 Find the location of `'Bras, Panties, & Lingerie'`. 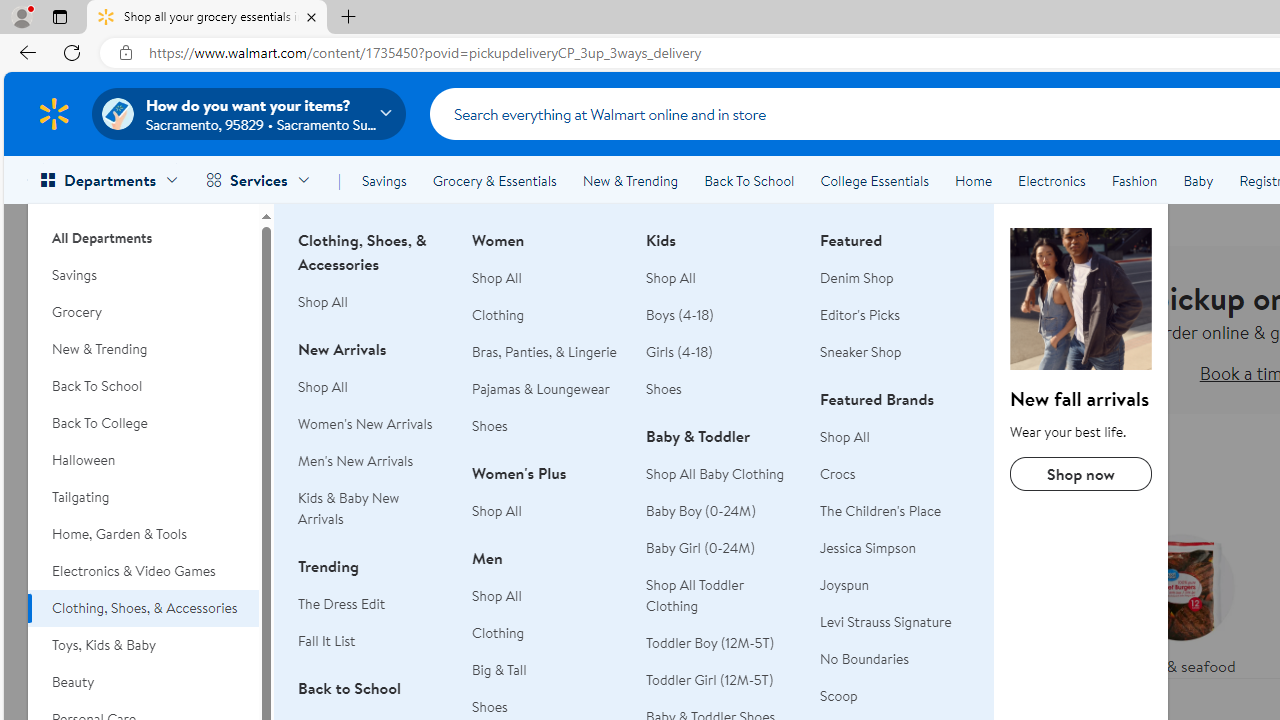

'Bras, Panties, & Lingerie' is located at coordinates (547, 351).